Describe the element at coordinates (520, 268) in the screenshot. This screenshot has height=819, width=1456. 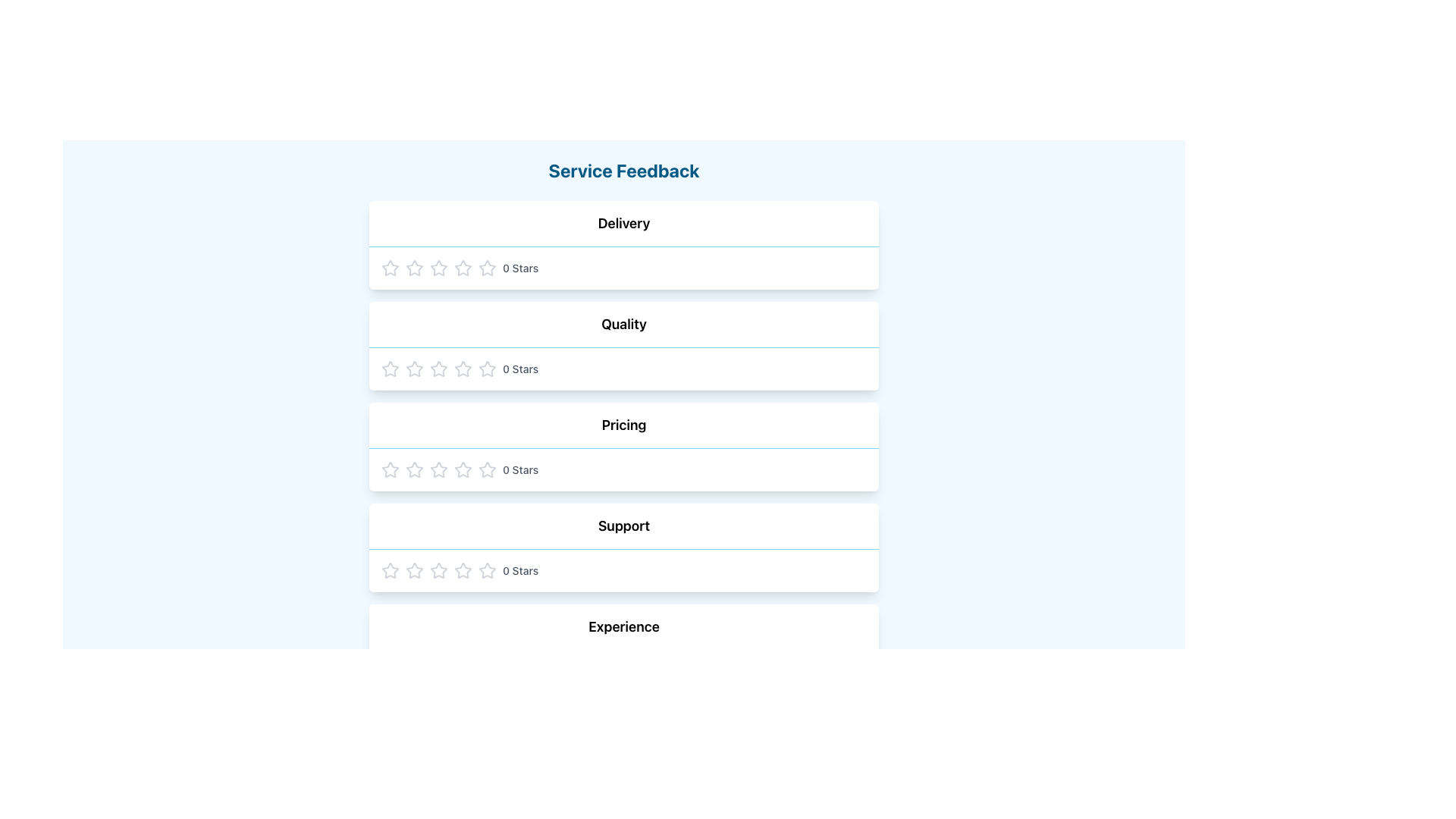
I see `the static text label indicating the current rating value of '0 Stars', located in the 'Delivery' section of the feedback form` at that location.